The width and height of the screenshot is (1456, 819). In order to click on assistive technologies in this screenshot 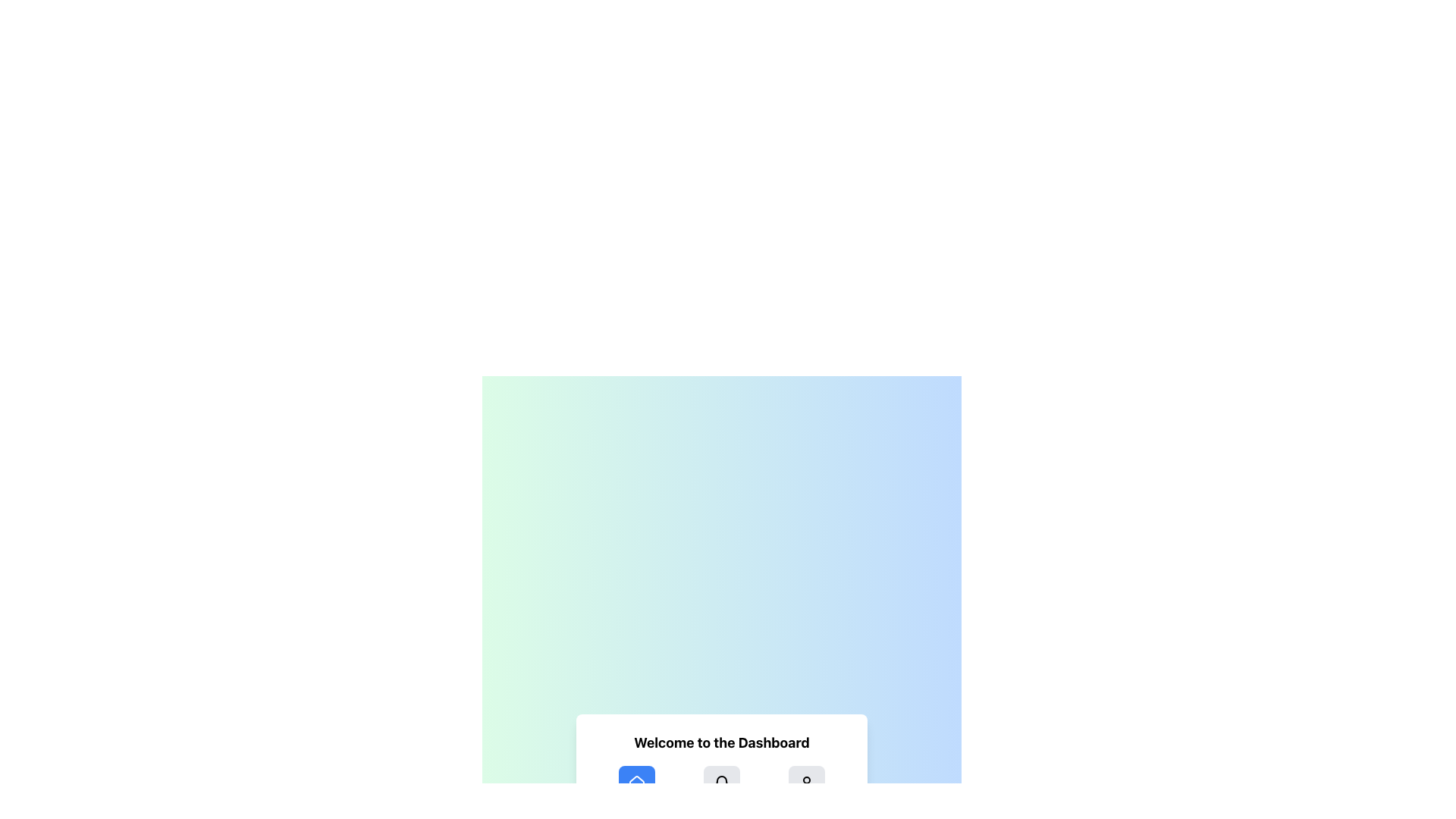, I will do `click(637, 786)`.